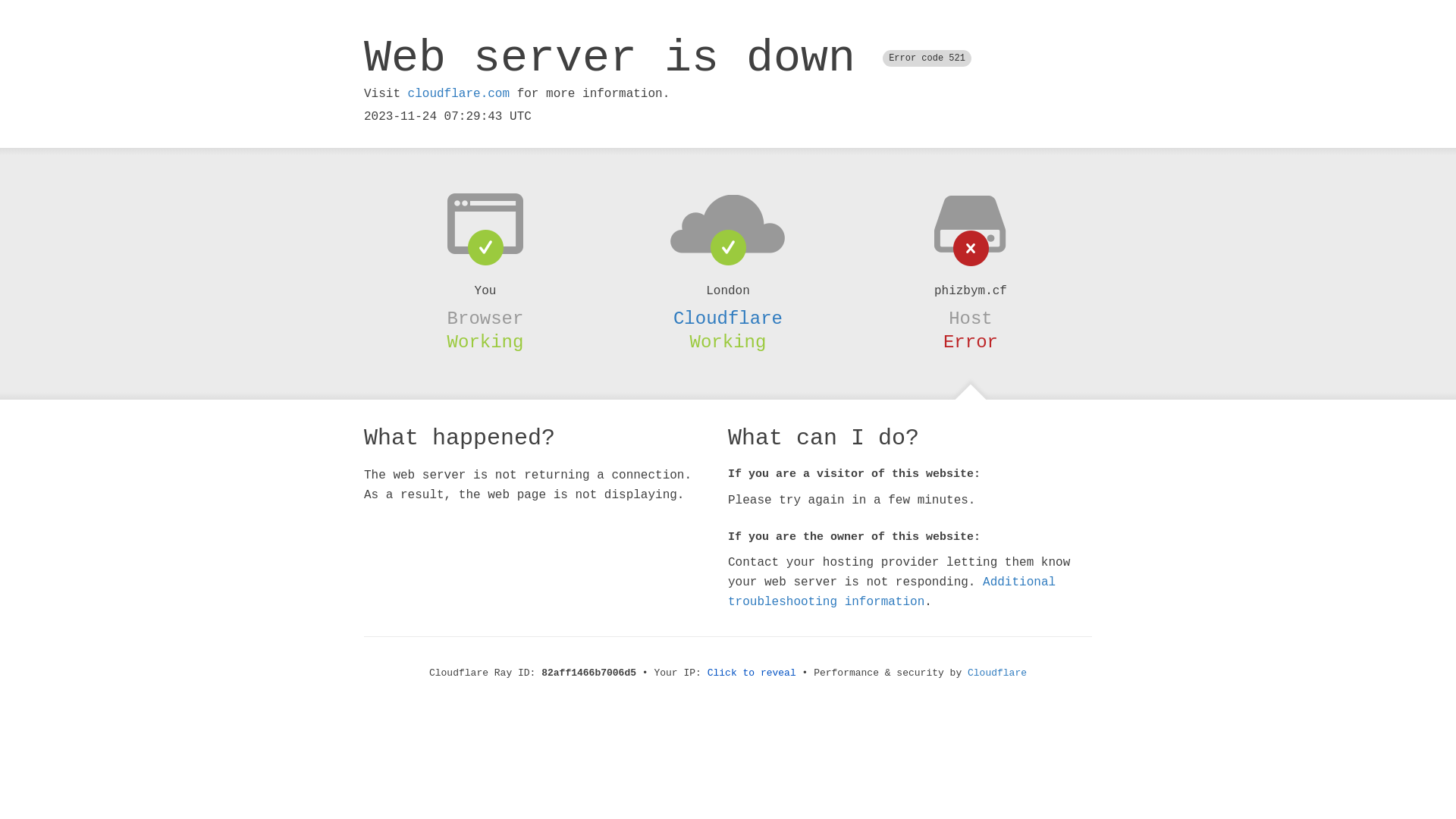 This screenshot has height=819, width=1456. What do you see at coordinates (728, 318) in the screenshot?
I see `'Cloudflare'` at bounding box center [728, 318].